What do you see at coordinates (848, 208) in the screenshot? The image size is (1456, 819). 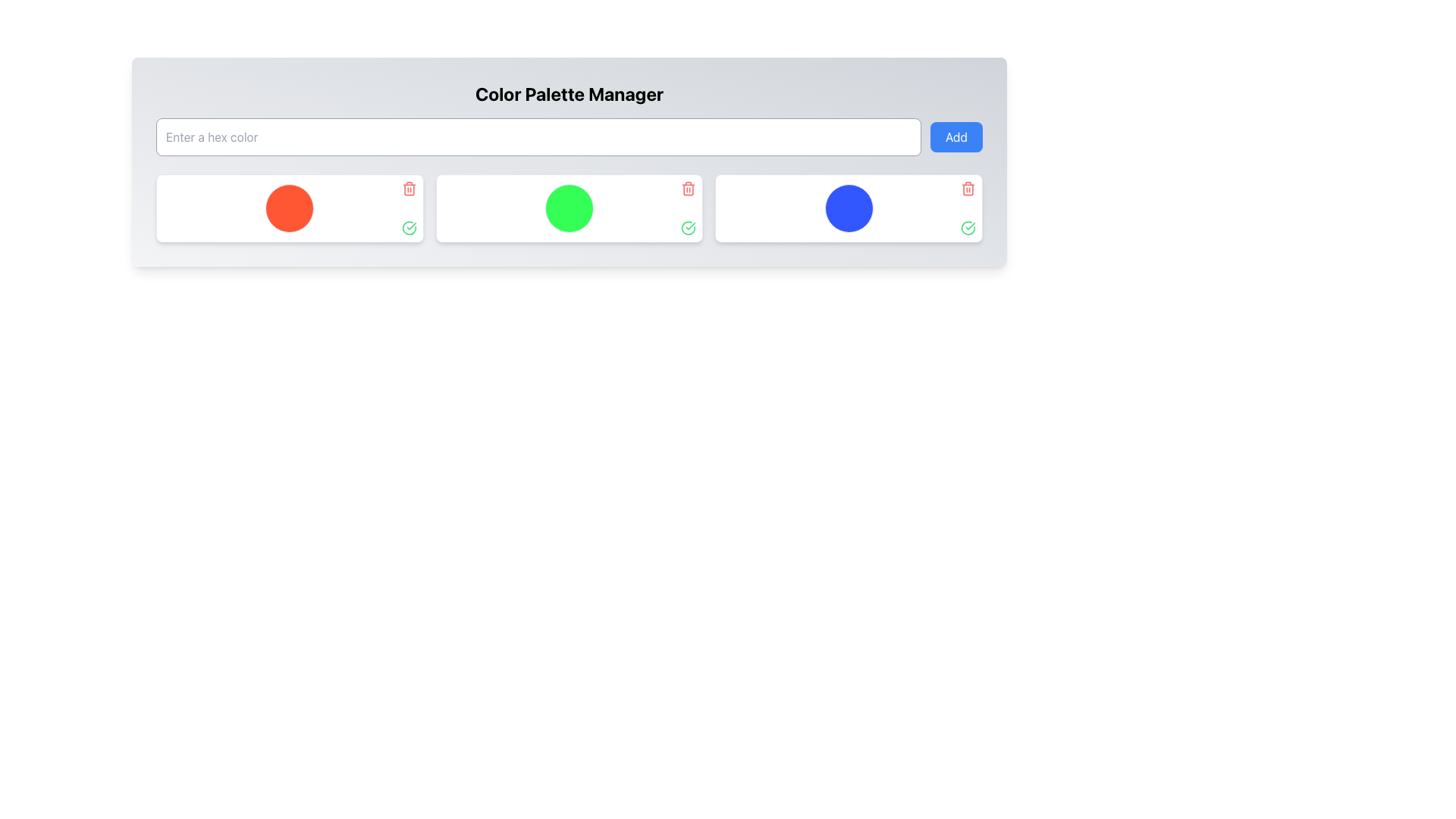 I see `the color representation circle displaying blue, which is located in the third group of color representations` at bounding box center [848, 208].